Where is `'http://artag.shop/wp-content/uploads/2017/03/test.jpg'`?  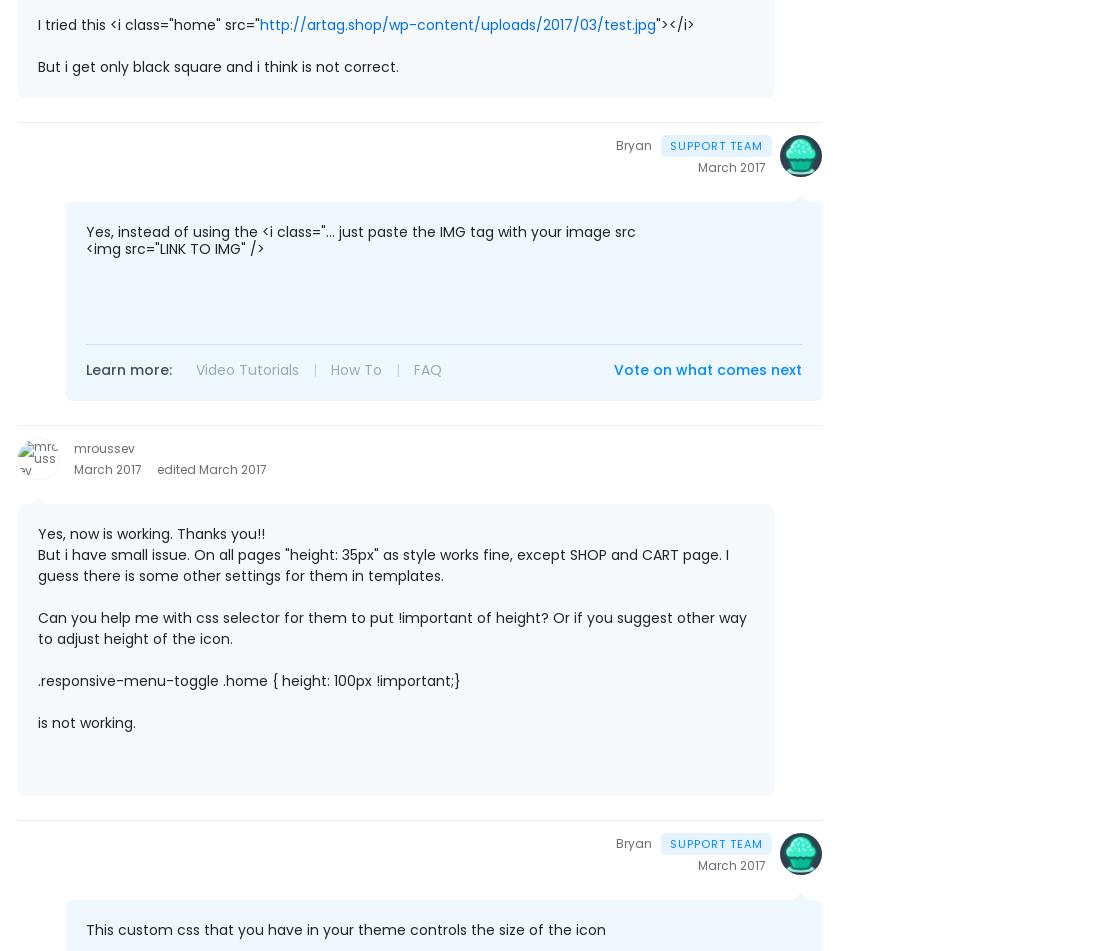
'http://artag.shop/wp-content/uploads/2017/03/test.jpg' is located at coordinates (457, 23).